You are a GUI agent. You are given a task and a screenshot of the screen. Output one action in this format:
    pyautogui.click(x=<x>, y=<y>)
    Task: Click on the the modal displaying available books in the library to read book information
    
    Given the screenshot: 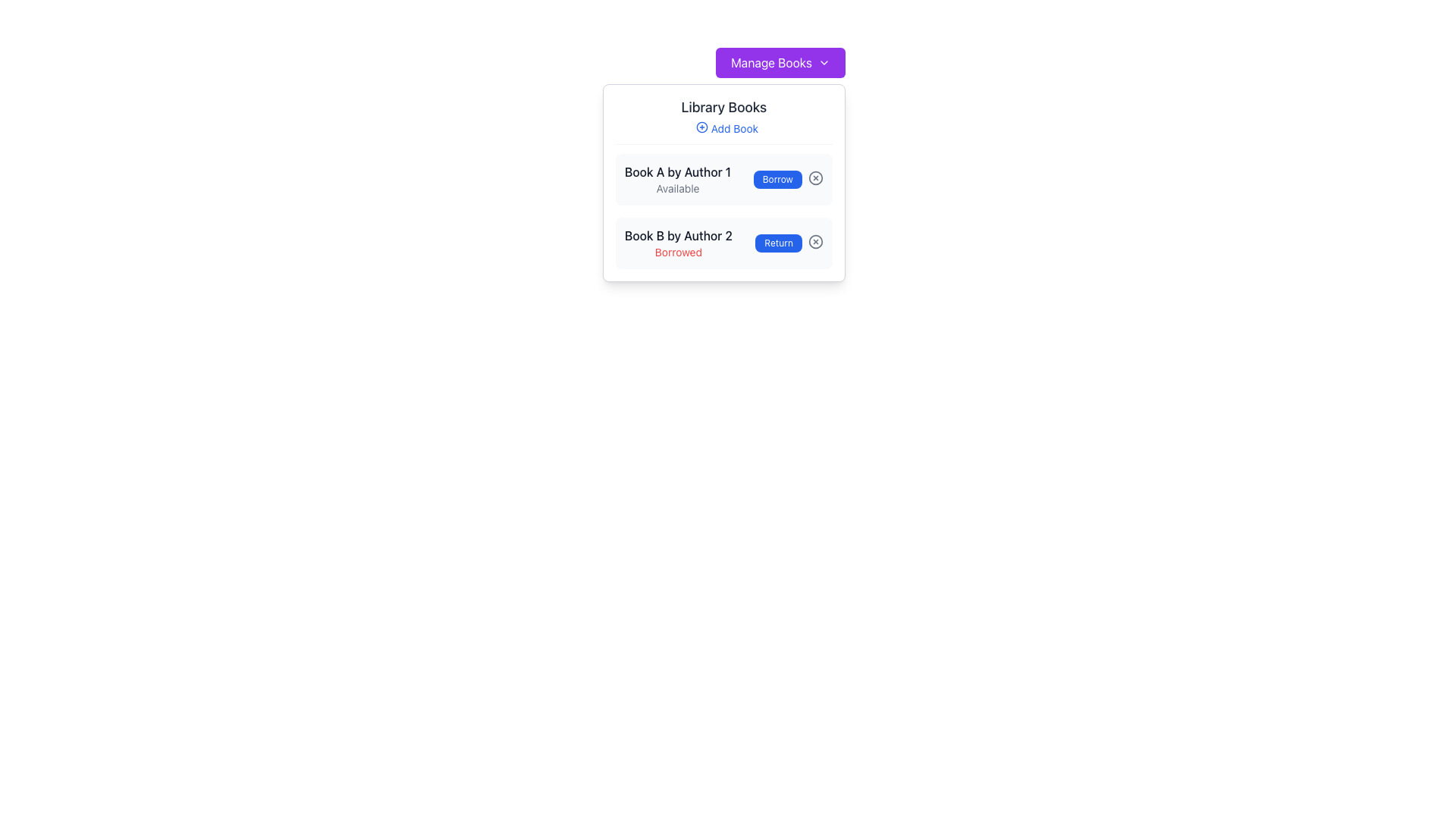 What is the action you would take?
    pyautogui.click(x=723, y=182)
    